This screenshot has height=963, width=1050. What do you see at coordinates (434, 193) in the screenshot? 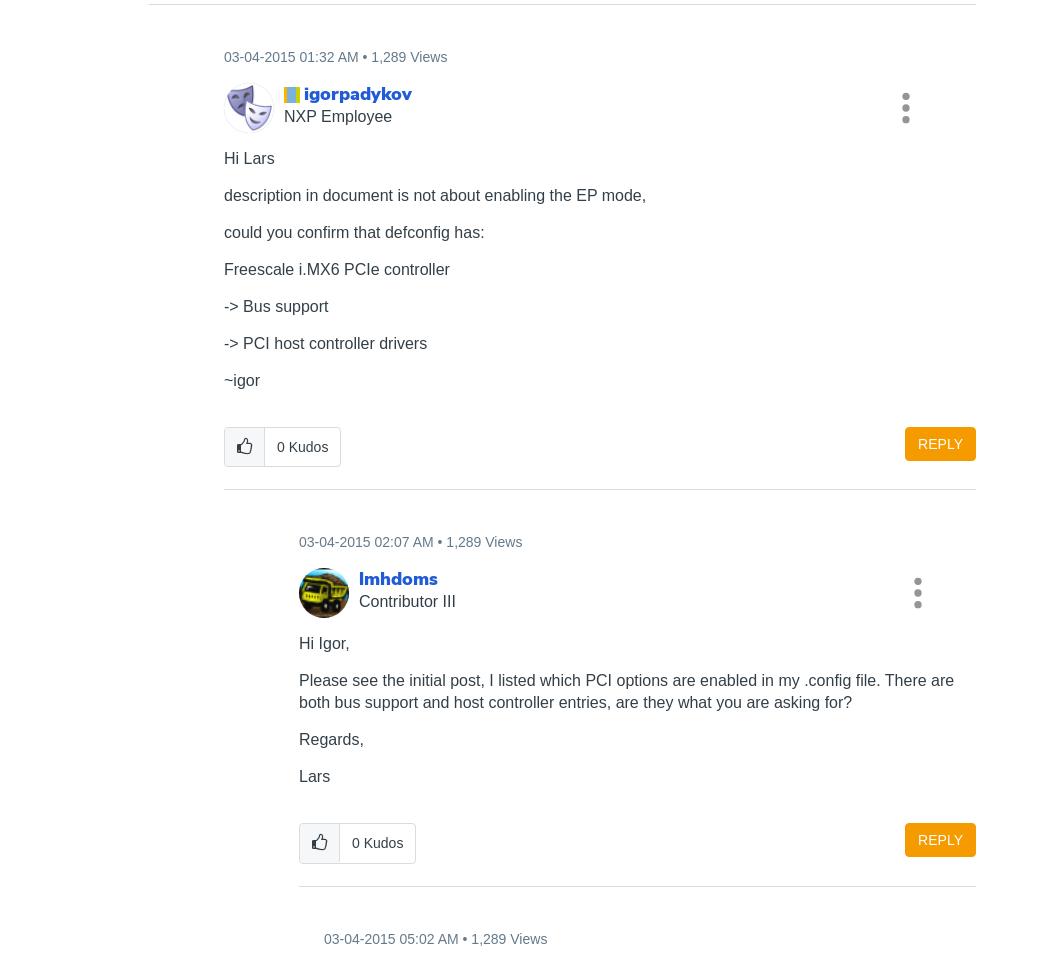
I see `'description in document is not about enabling the EP mode,'` at bounding box center [434, 193].